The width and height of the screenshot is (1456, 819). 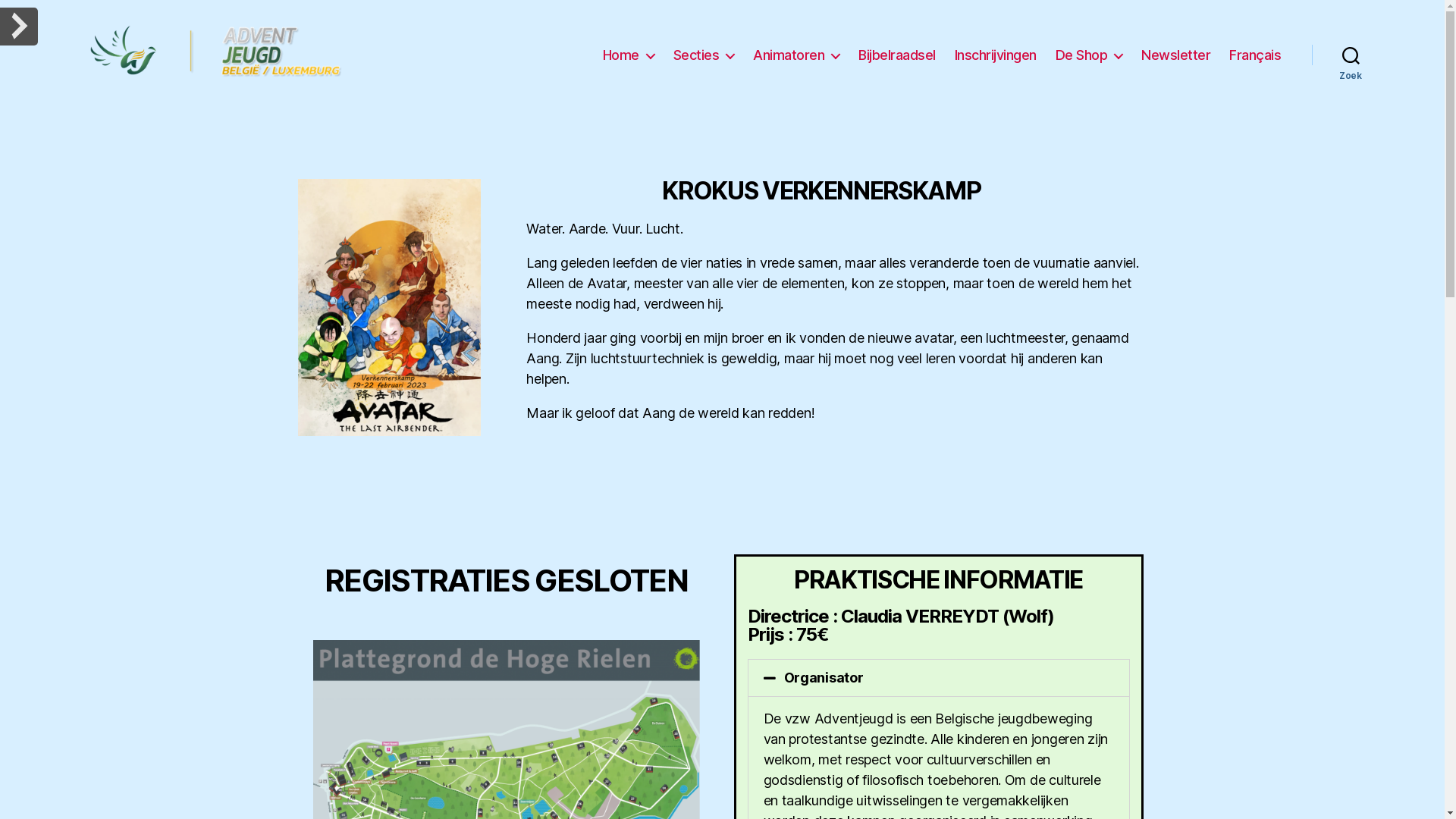 What do you see at coordinates (1175, 55) in the screenshot?
I see `'Newsletter'` at bounding box center [1175, 55].